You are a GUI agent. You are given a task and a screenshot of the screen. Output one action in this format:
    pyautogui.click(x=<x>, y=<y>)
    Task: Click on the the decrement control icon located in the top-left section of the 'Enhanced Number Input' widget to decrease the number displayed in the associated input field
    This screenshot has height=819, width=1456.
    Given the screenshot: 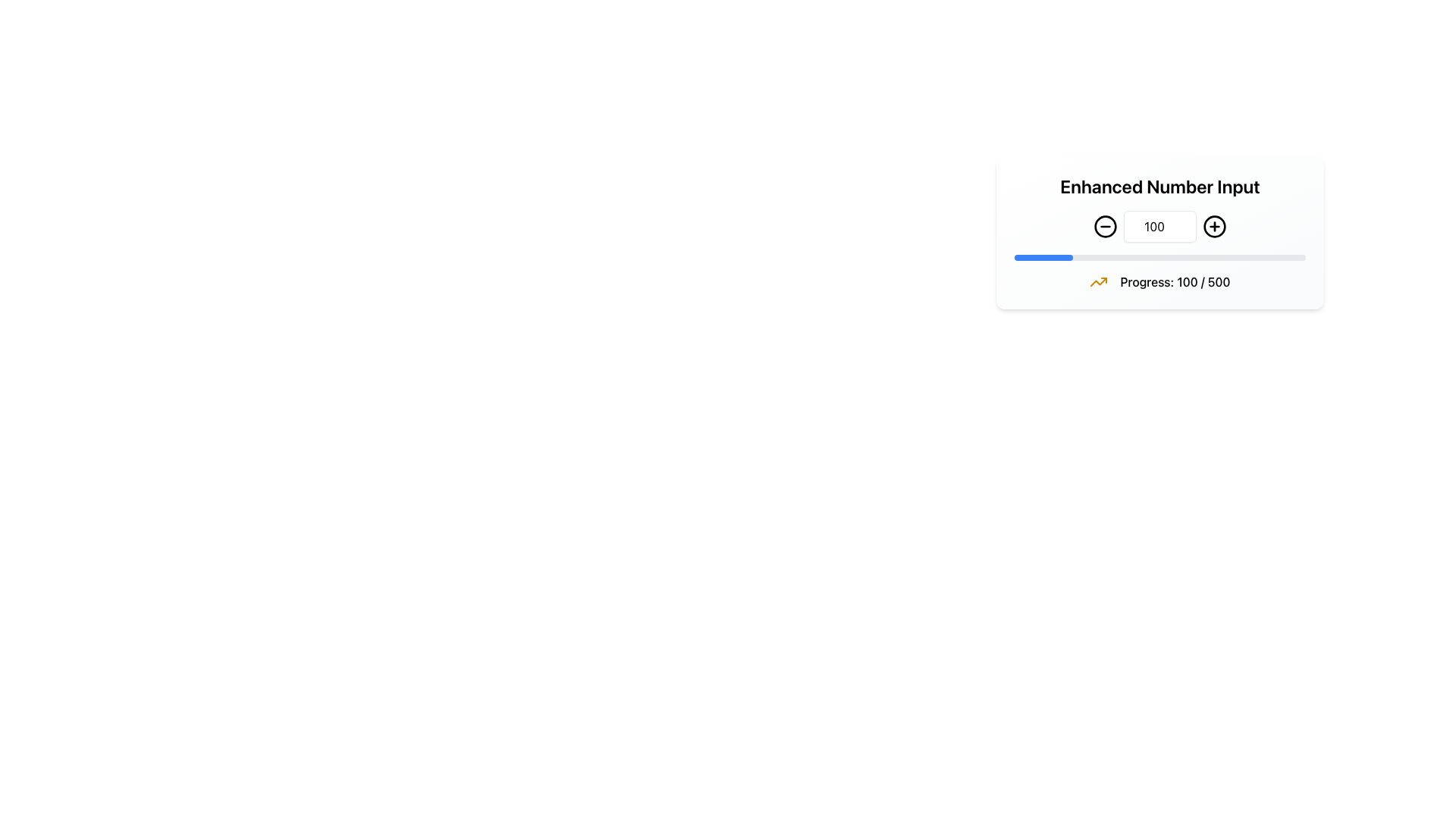 What is the action you would take?
    pyautogui.click(x=1106, y=227)
    